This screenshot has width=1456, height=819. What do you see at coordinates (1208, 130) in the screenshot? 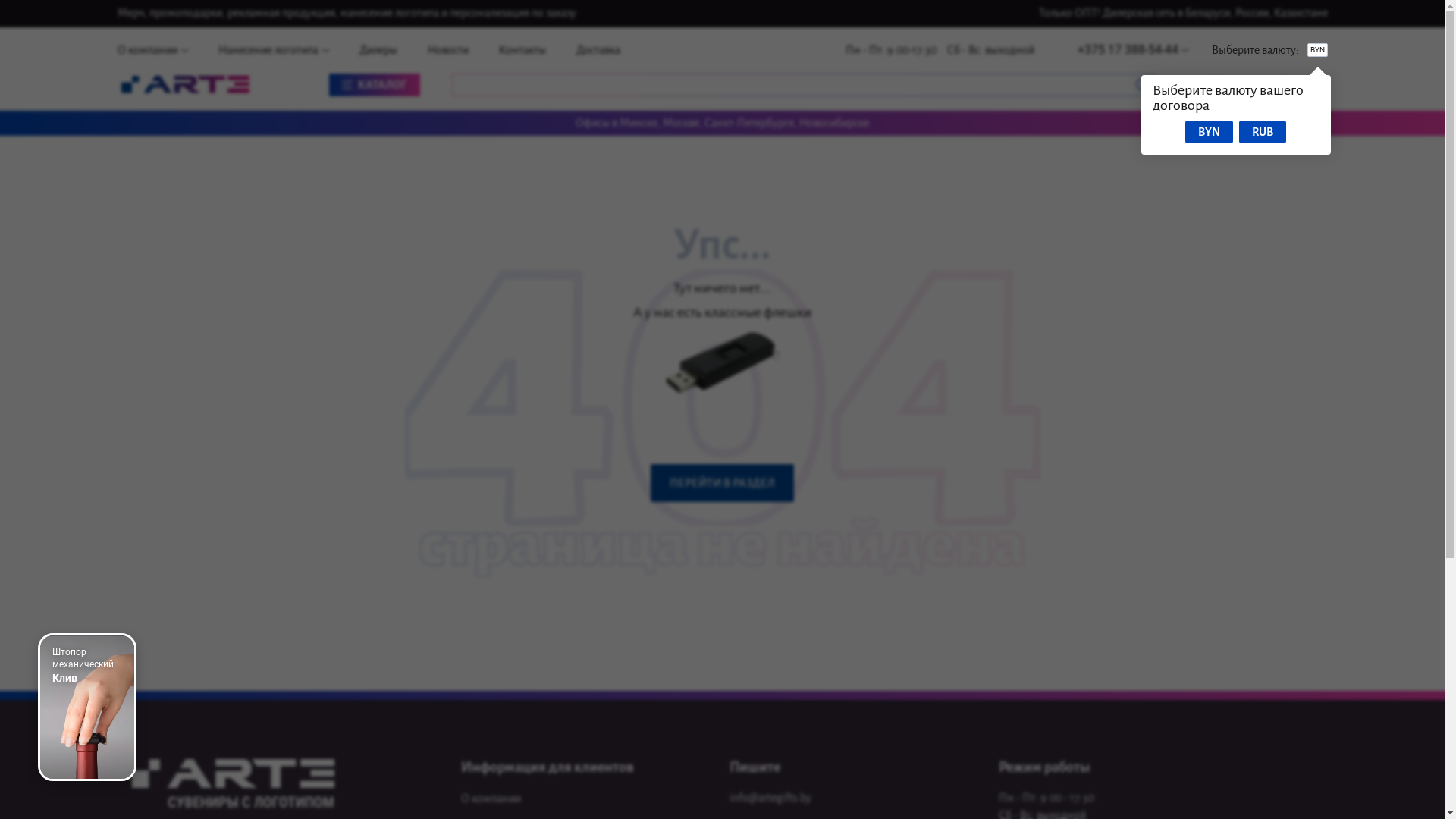
I see `'BYN'` at bounding box center [1208, 130].